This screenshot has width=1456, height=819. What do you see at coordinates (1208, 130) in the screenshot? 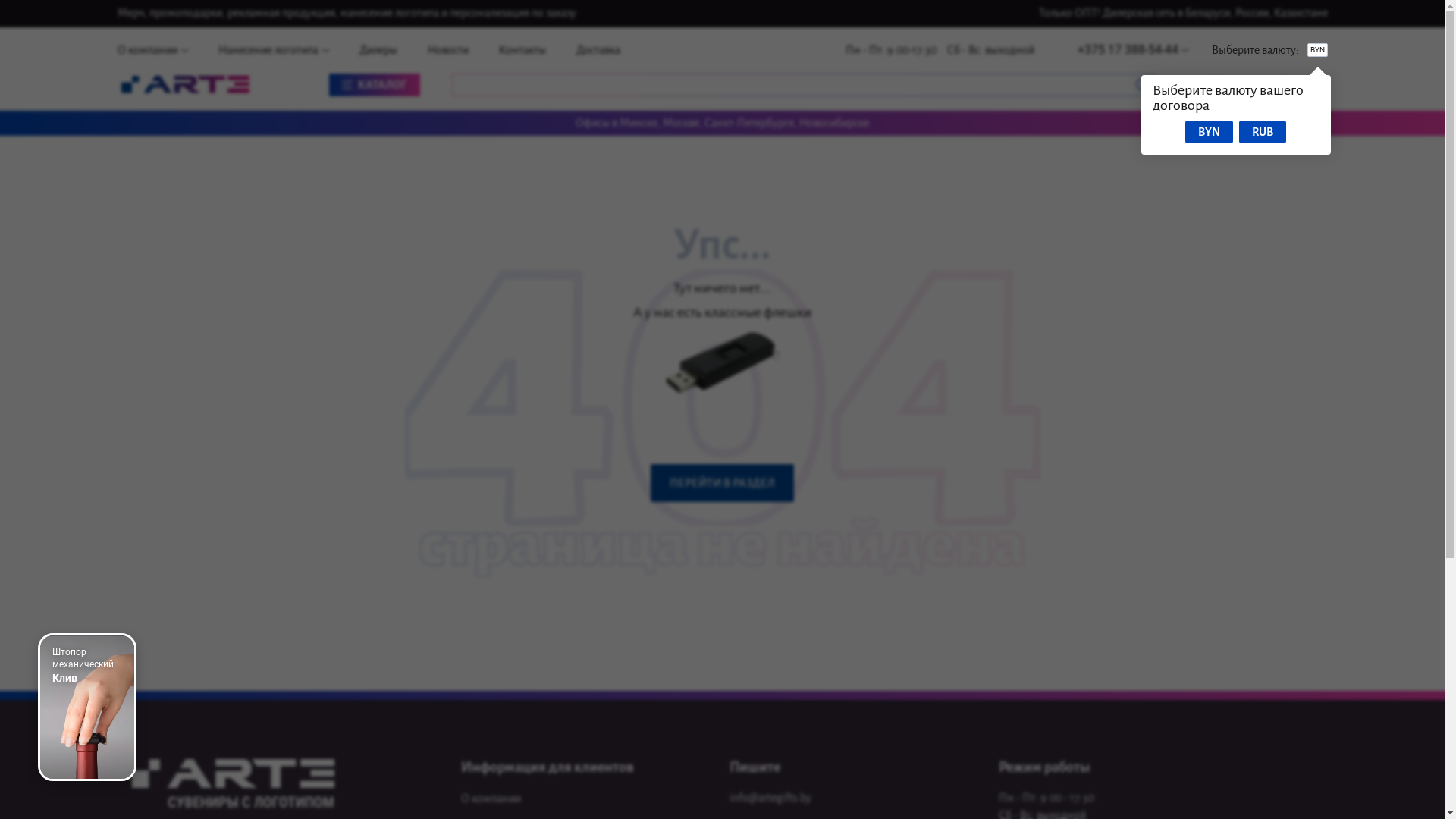
I see `'BYN'` at bounding box center [1208, 130].